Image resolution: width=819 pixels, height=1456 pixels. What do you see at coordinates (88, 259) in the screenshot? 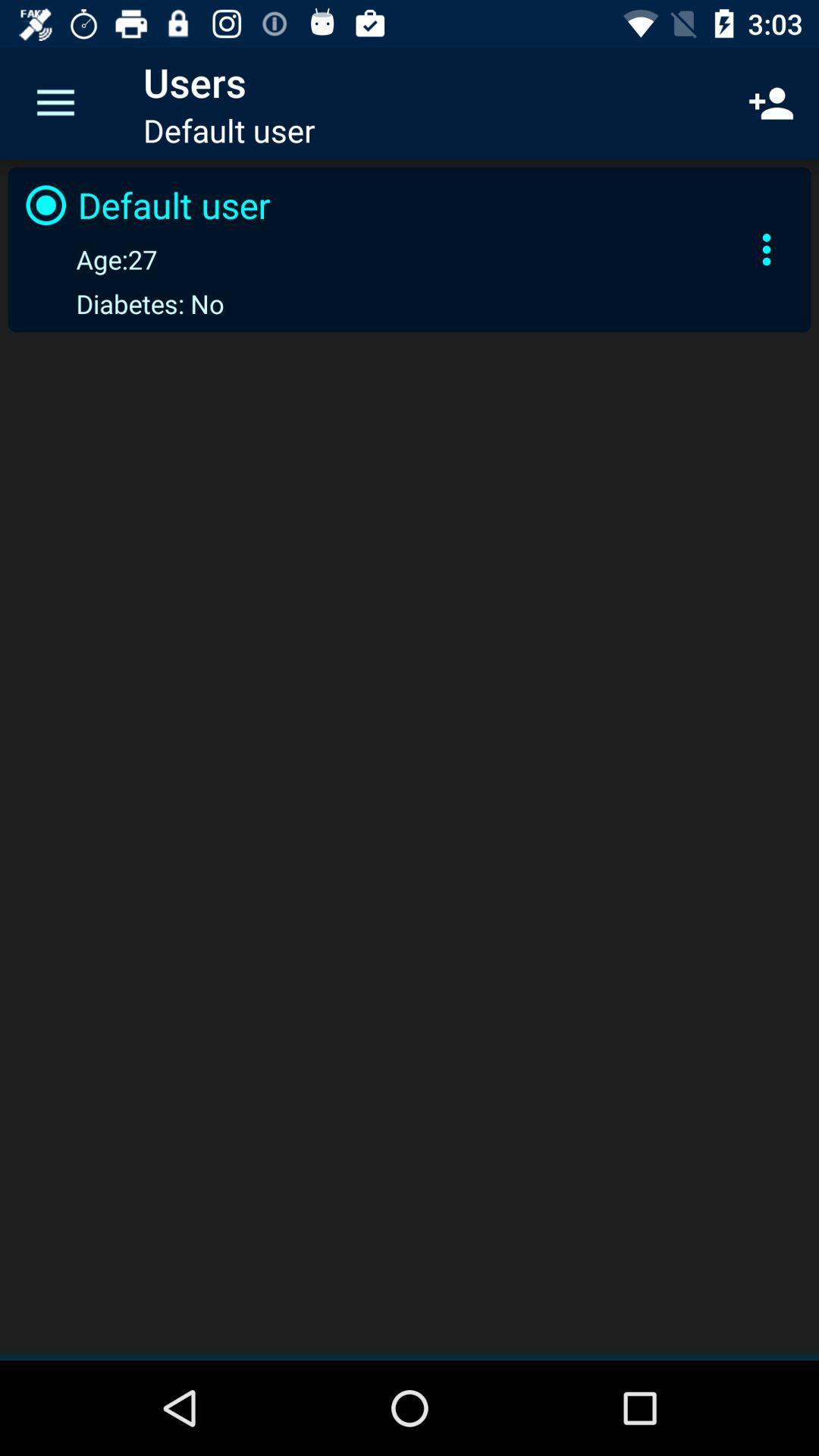
I see `the age:27` at bounding box center [88, 259].